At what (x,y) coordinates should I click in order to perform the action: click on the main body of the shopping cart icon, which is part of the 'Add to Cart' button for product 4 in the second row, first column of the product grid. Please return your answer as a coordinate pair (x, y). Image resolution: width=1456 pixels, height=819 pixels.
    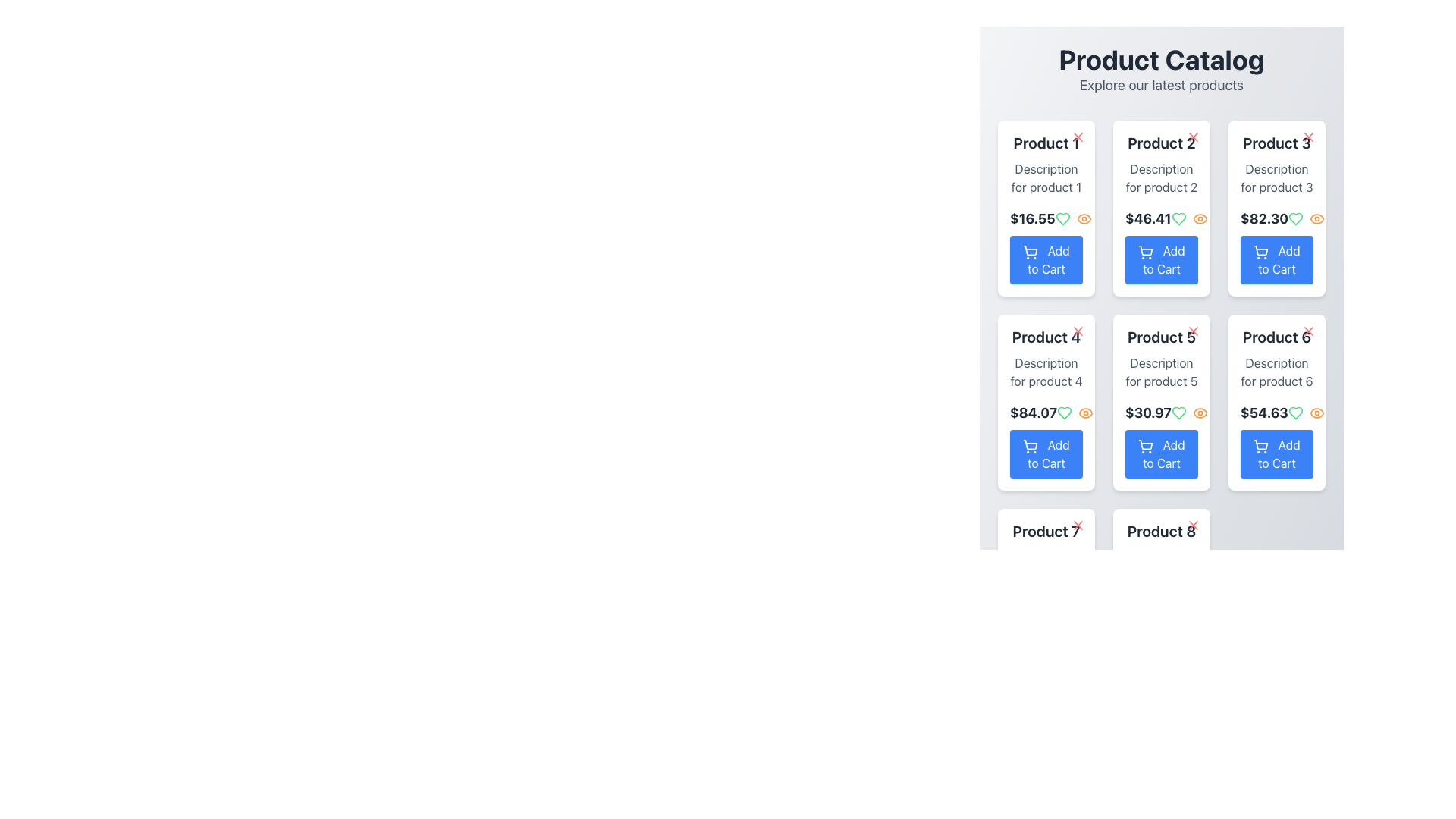
    Looking at the image, I should click on (1031, 444).